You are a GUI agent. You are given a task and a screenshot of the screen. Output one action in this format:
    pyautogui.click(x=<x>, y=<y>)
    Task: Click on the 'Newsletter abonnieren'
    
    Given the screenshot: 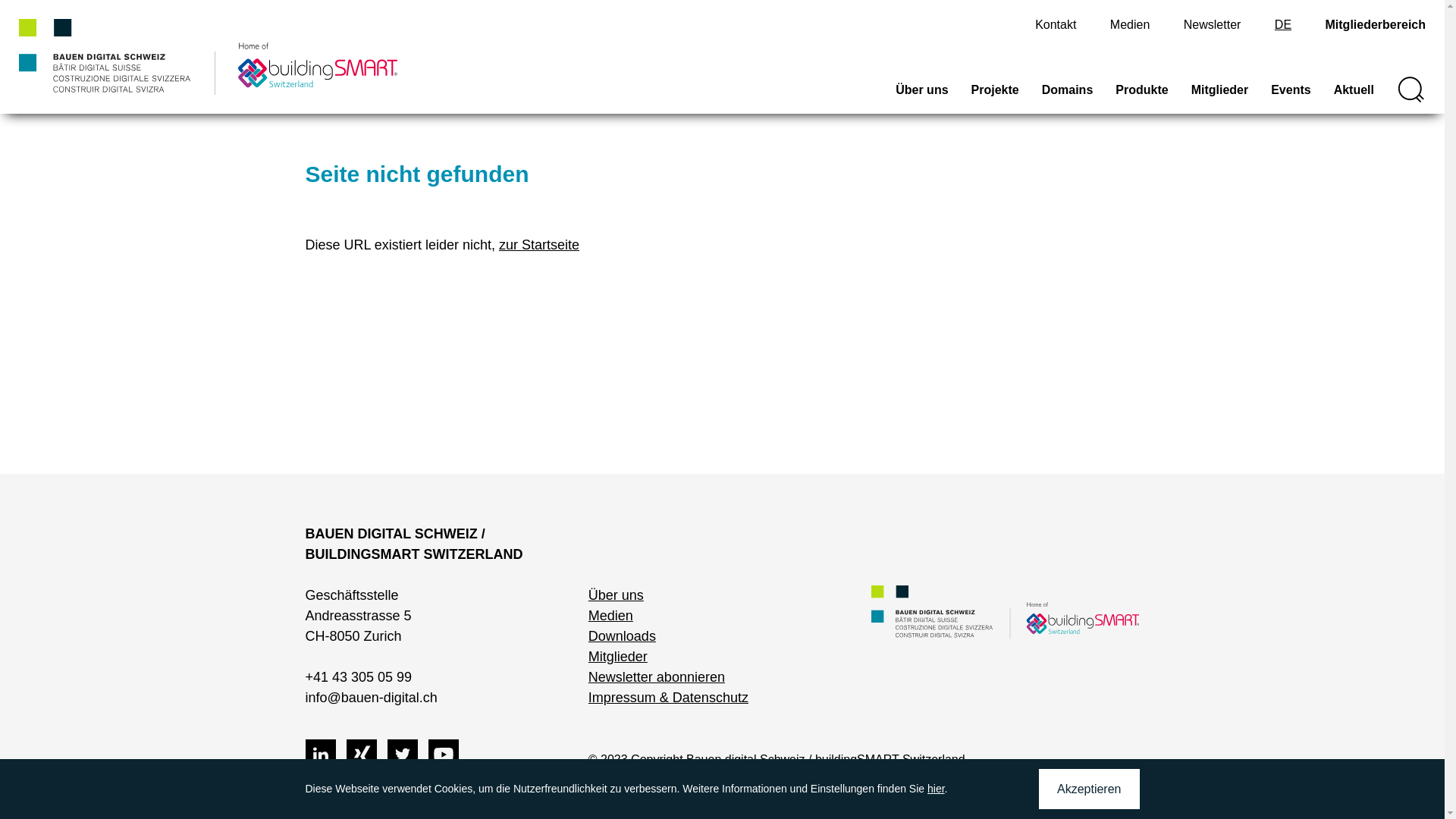 What is the action you would take?
    pyautogui.click(x=656, y=676)
    